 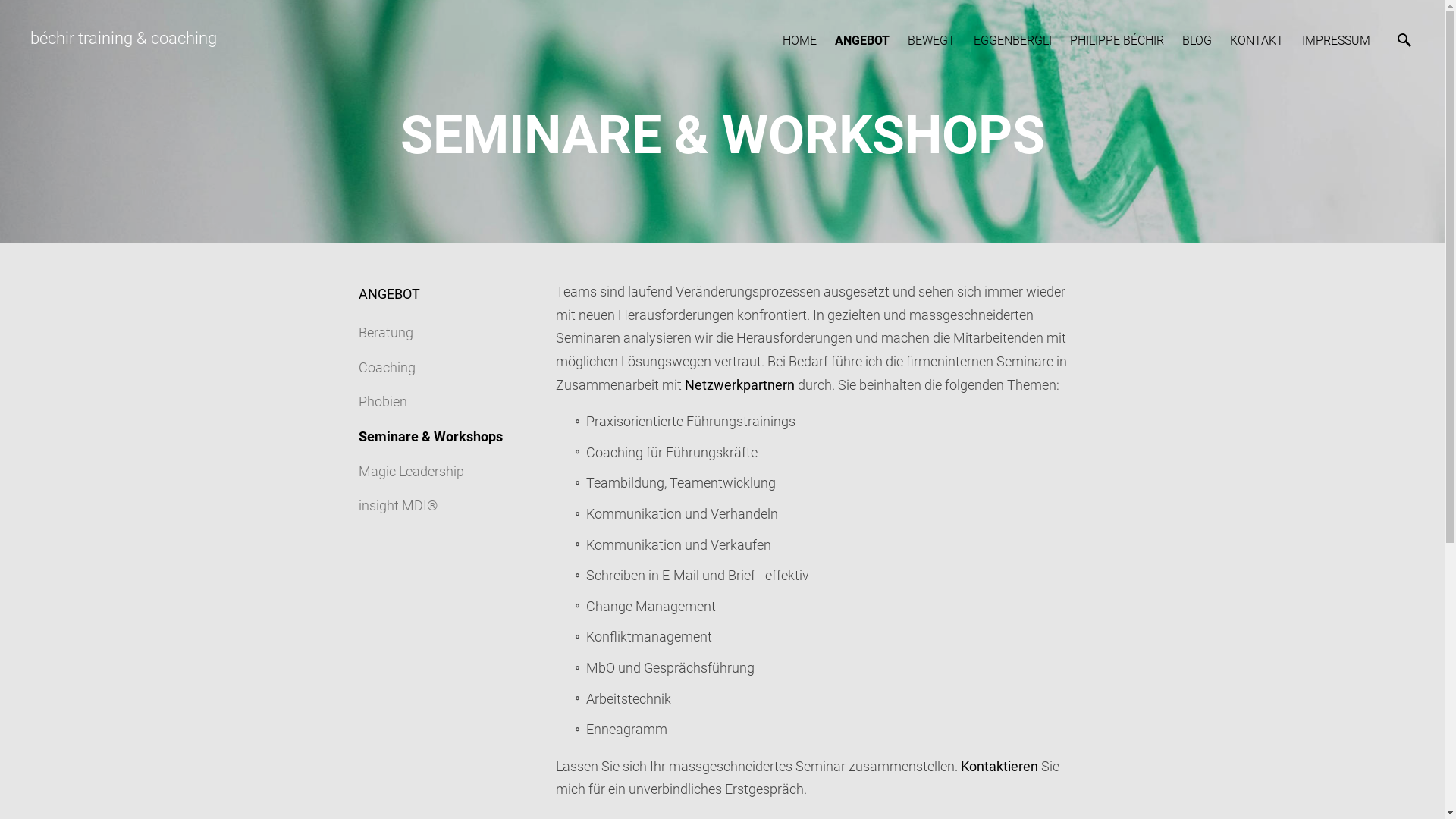 What do you see at coordinates (783, 39) in the screenshot?
I see `'HOME'` at bounding box center [783, 39].